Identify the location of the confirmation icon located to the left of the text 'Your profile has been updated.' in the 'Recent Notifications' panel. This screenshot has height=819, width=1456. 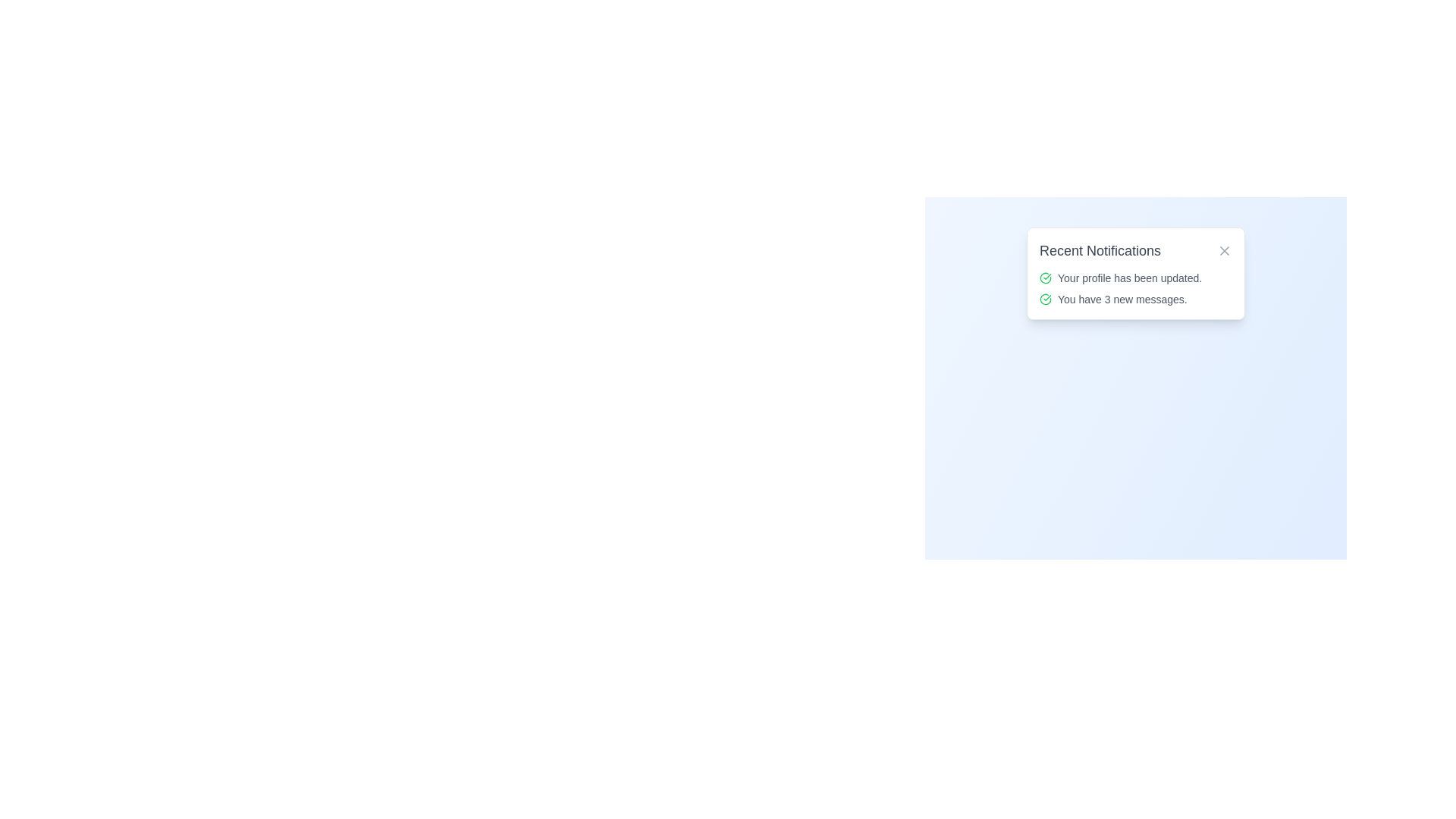
(1044, 278).